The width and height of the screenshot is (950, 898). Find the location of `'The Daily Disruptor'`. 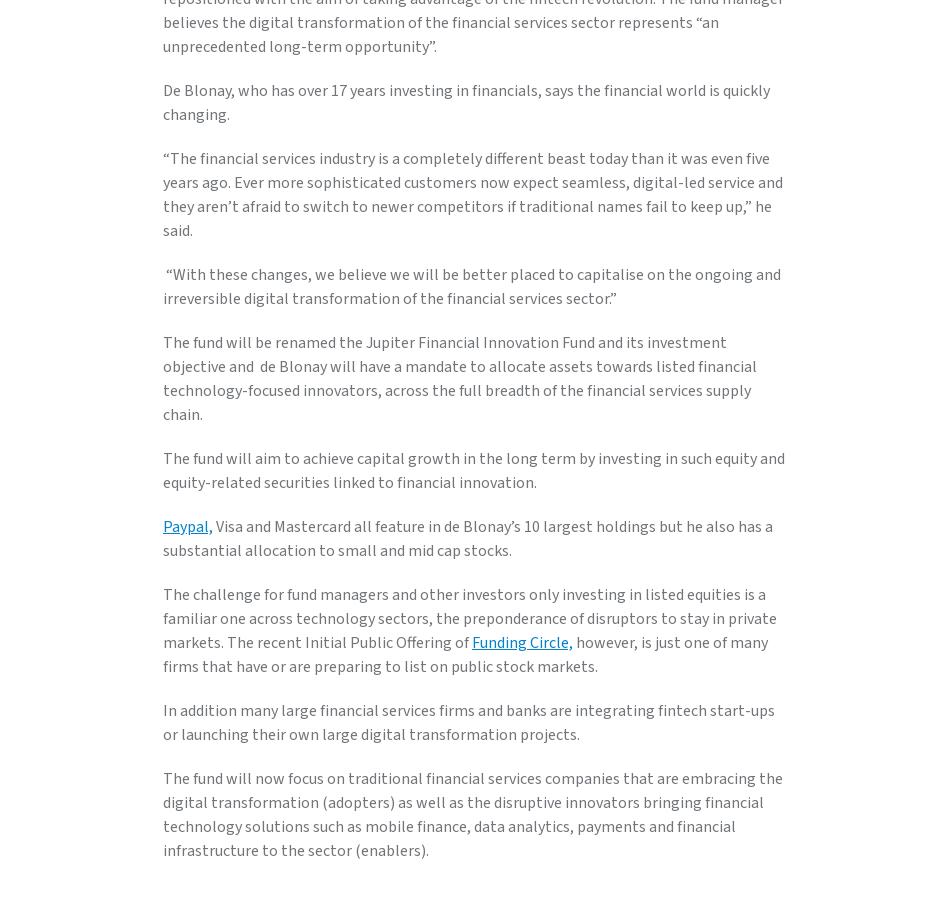

'The Daily Disruptor' is located at coordinates (214, 407).